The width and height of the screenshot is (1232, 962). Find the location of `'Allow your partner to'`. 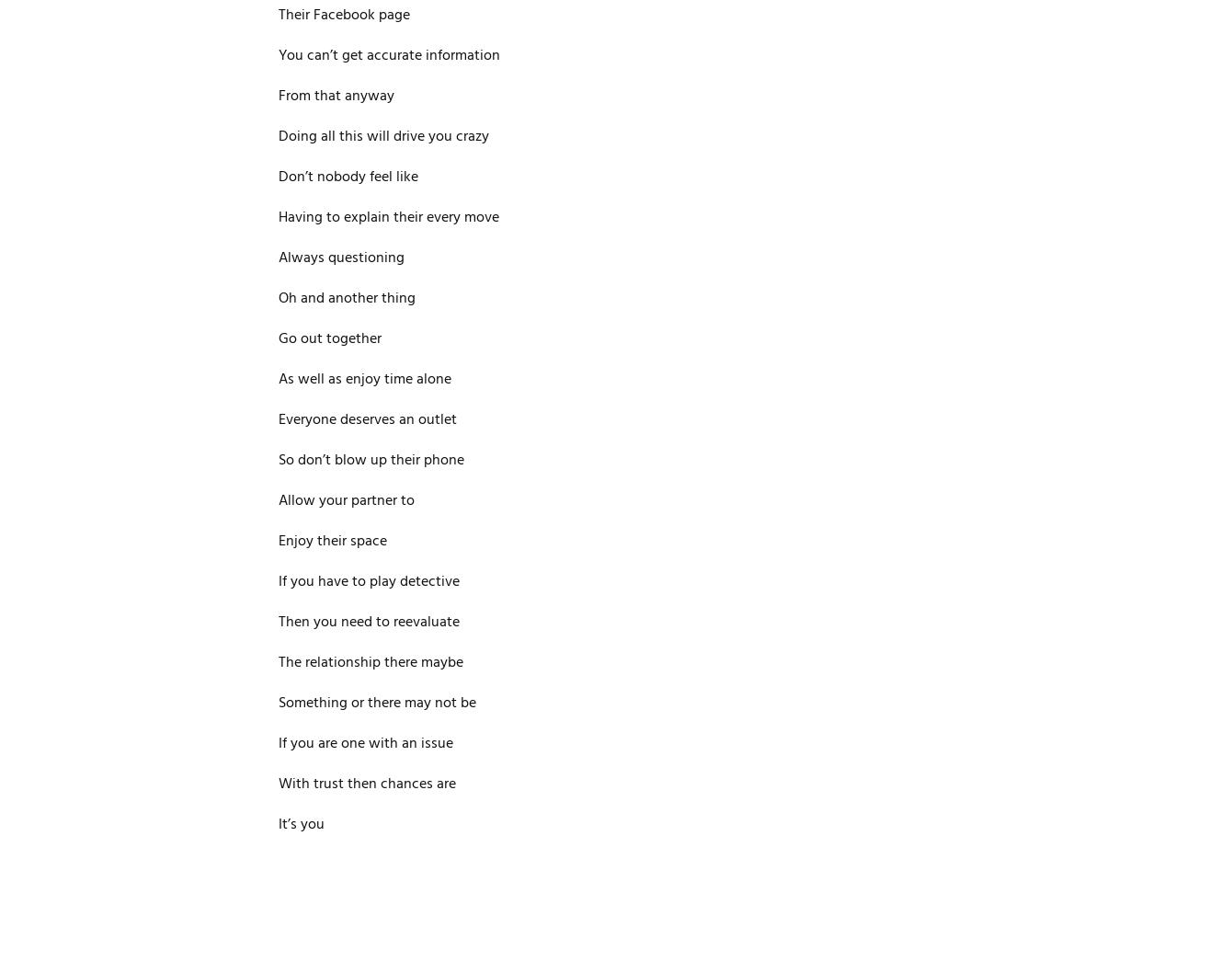

'Allow your partner to' is located at coordinates (346, 499).